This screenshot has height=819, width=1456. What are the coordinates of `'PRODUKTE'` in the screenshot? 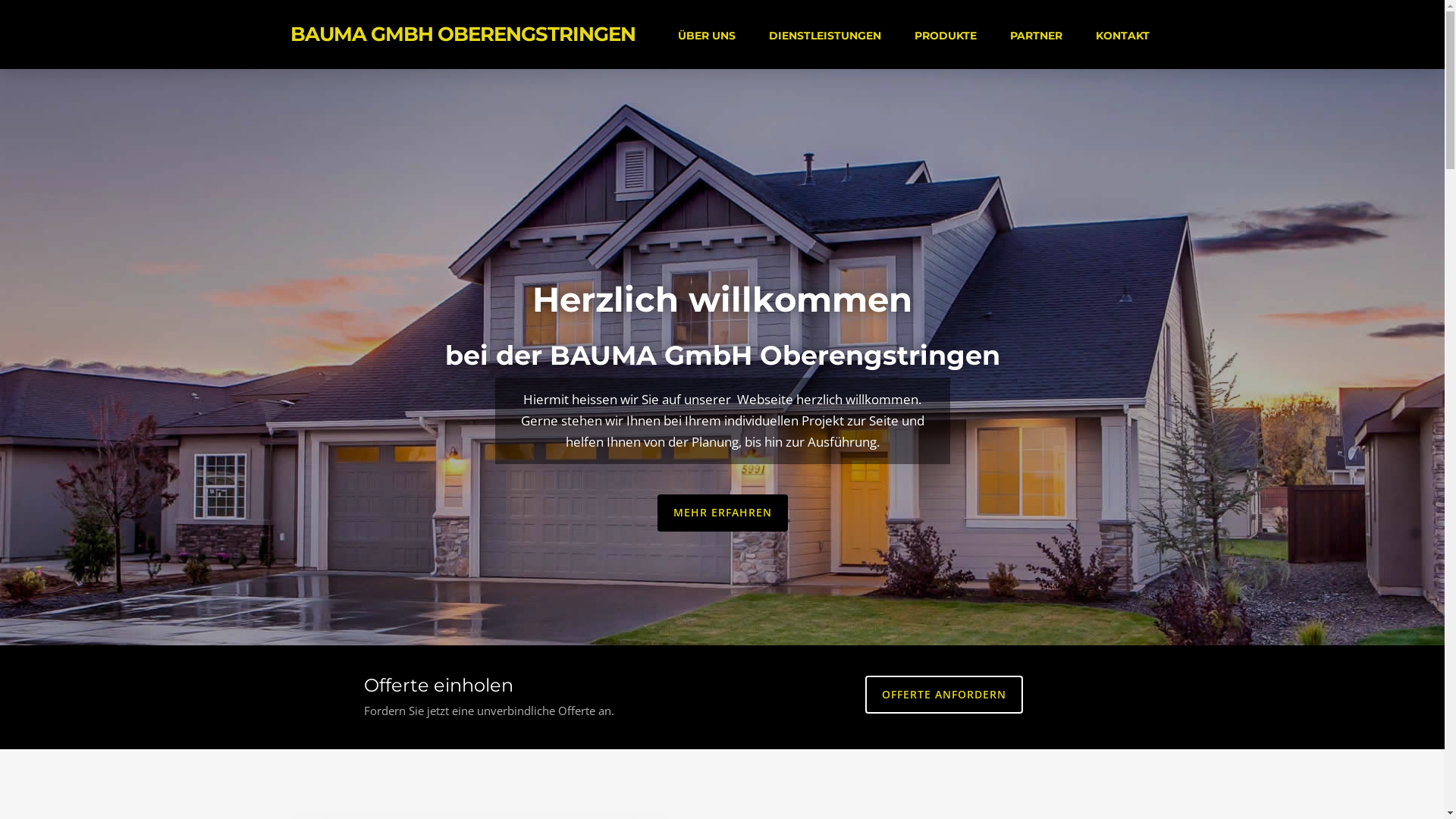 It's located at (945, 34).